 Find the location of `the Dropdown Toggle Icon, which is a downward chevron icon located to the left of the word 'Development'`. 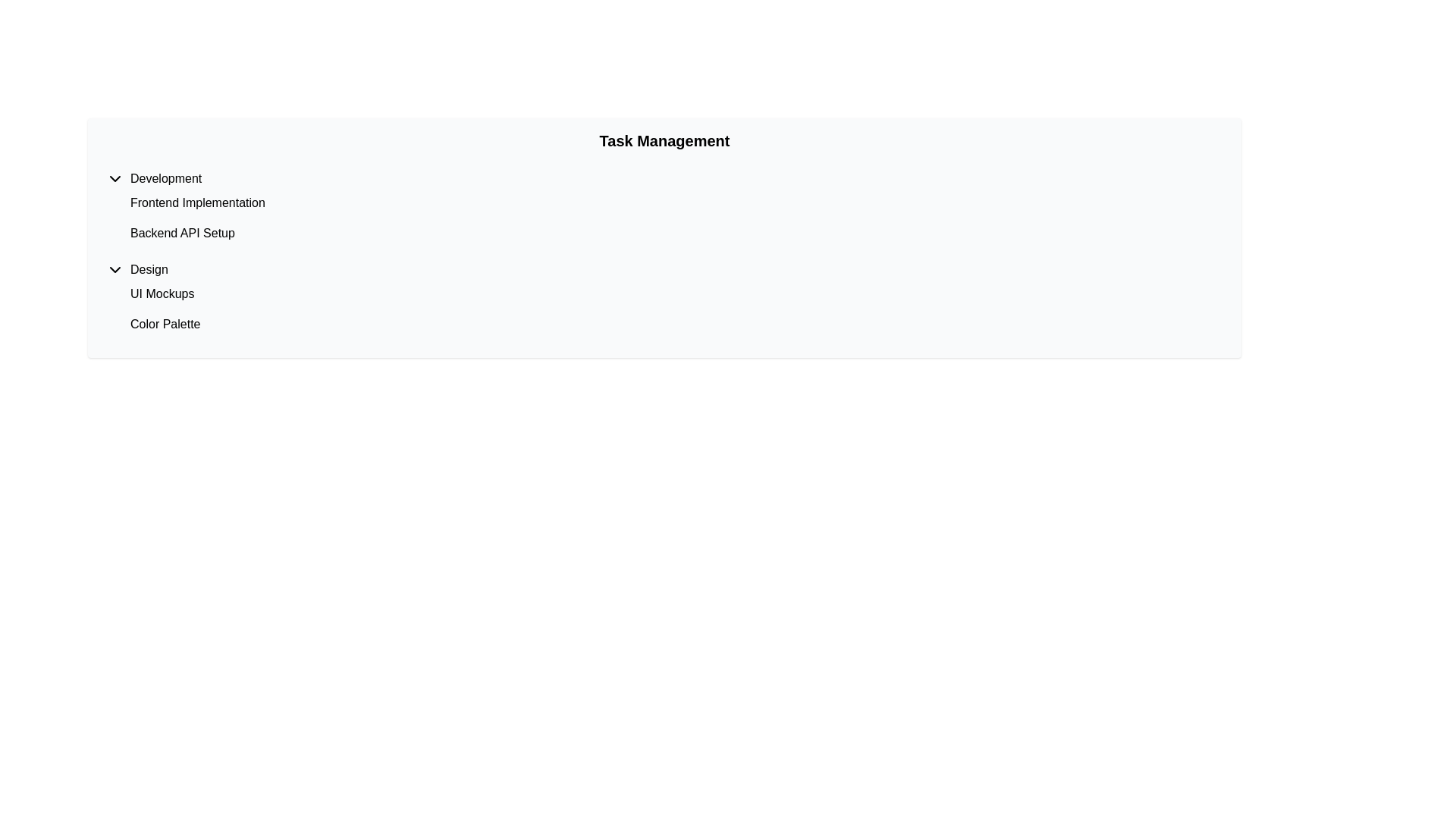

the Dropdown Toggle Icon, which is a downward chevron icon located to the left of the word 'Development' is located at coordinates (115, 177).